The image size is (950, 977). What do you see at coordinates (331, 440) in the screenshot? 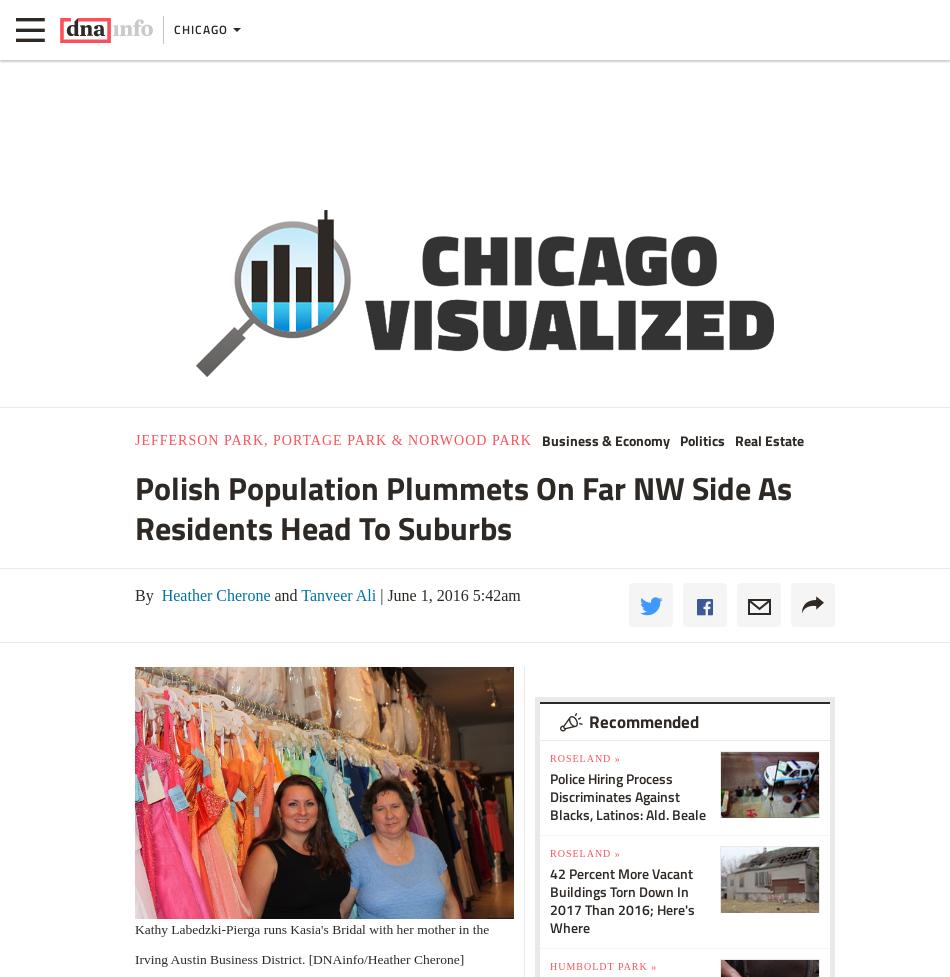
I see `'Jefferson Park, Portage Park & Norwood Park'` at bounding box center [331, 440].